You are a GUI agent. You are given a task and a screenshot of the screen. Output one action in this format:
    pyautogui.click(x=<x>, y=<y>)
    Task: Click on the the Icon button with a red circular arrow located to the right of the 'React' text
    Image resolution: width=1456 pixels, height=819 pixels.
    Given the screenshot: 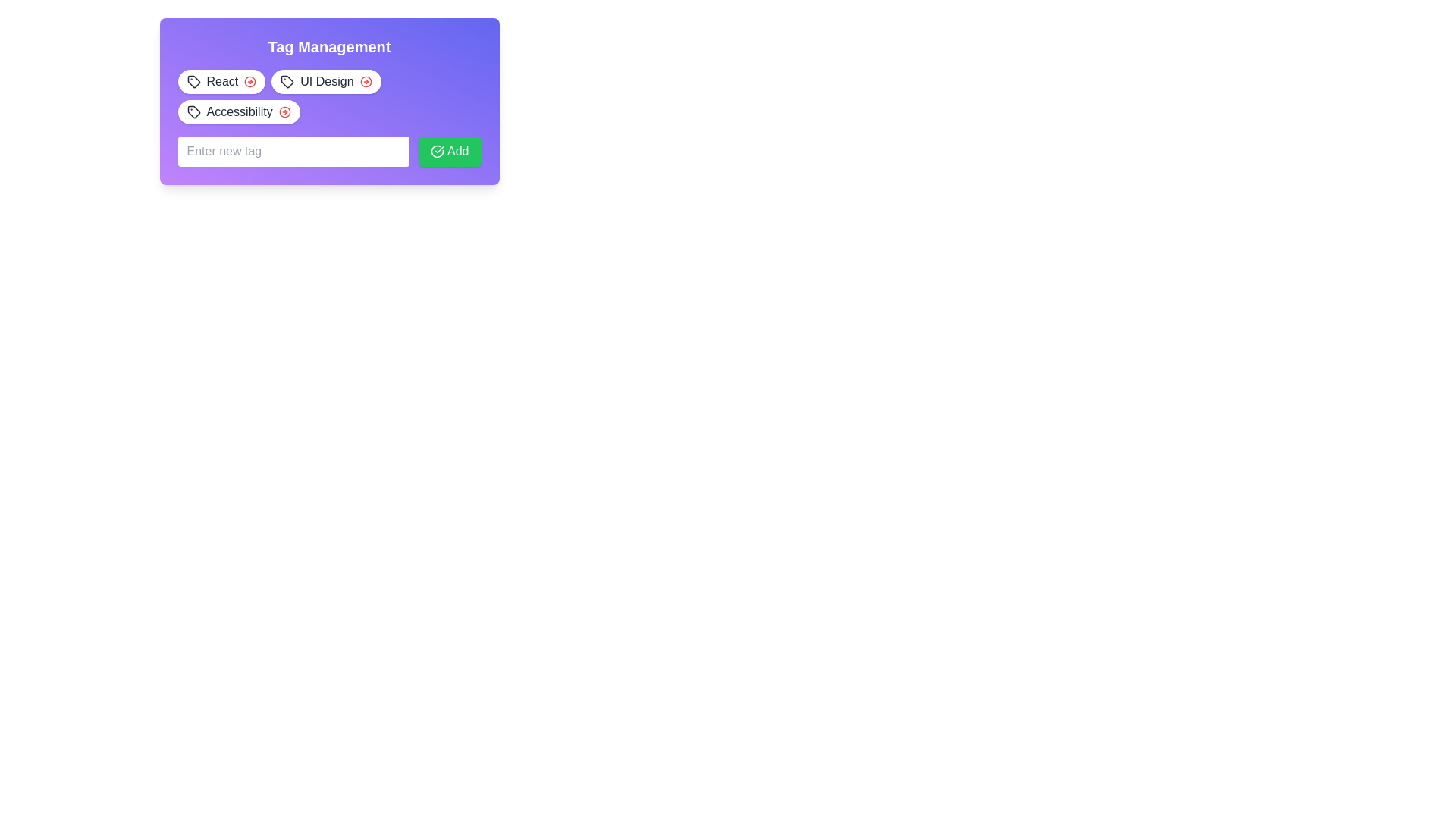 What is the action you would take?
    pyautogui.click(x=250, y=82)
    